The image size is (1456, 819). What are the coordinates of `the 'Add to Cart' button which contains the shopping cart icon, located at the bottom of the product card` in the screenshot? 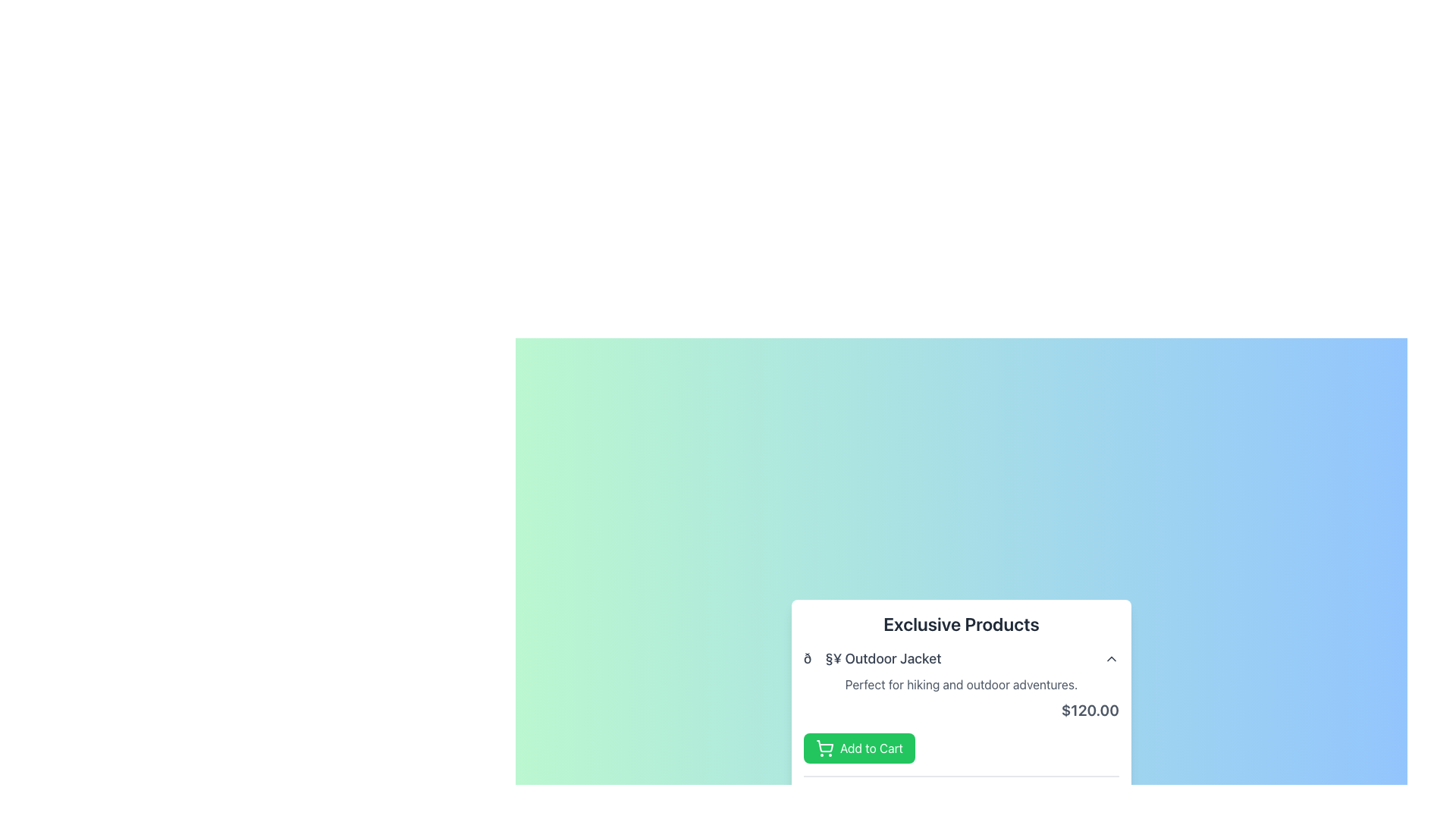 It's located at (824, 748).